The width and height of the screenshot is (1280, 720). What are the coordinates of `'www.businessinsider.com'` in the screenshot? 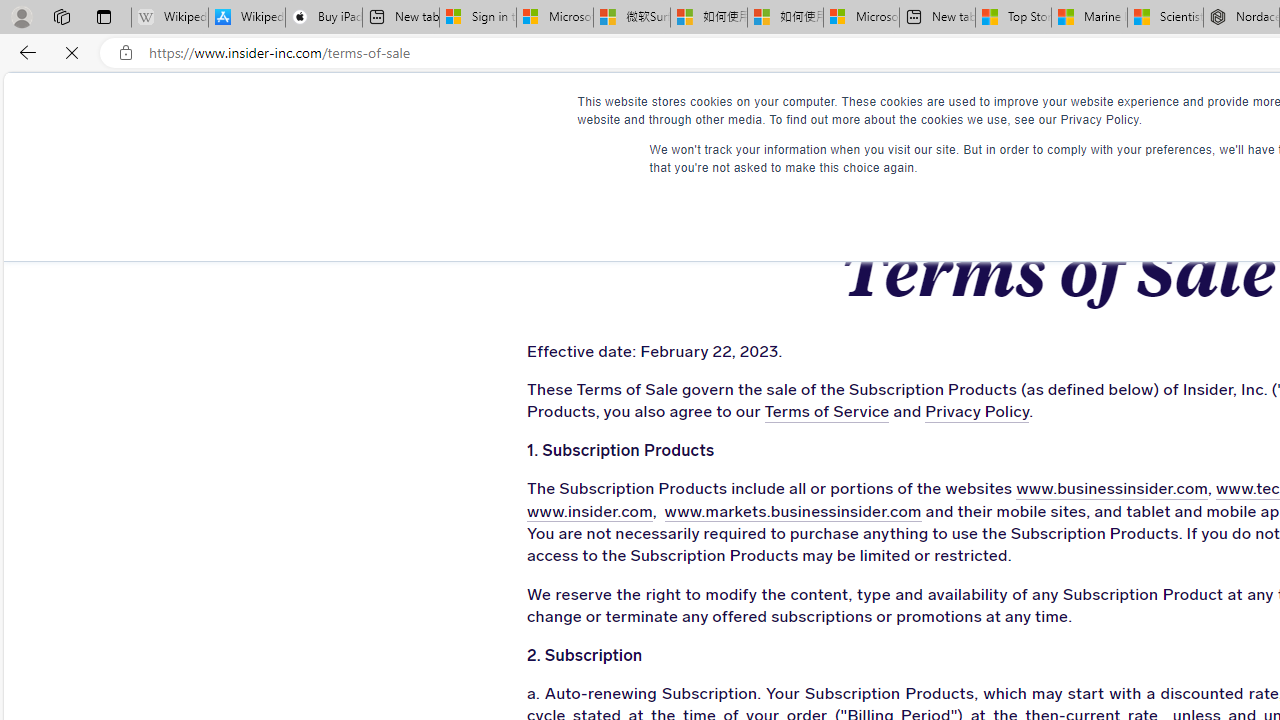 It's located at (1052, 489).